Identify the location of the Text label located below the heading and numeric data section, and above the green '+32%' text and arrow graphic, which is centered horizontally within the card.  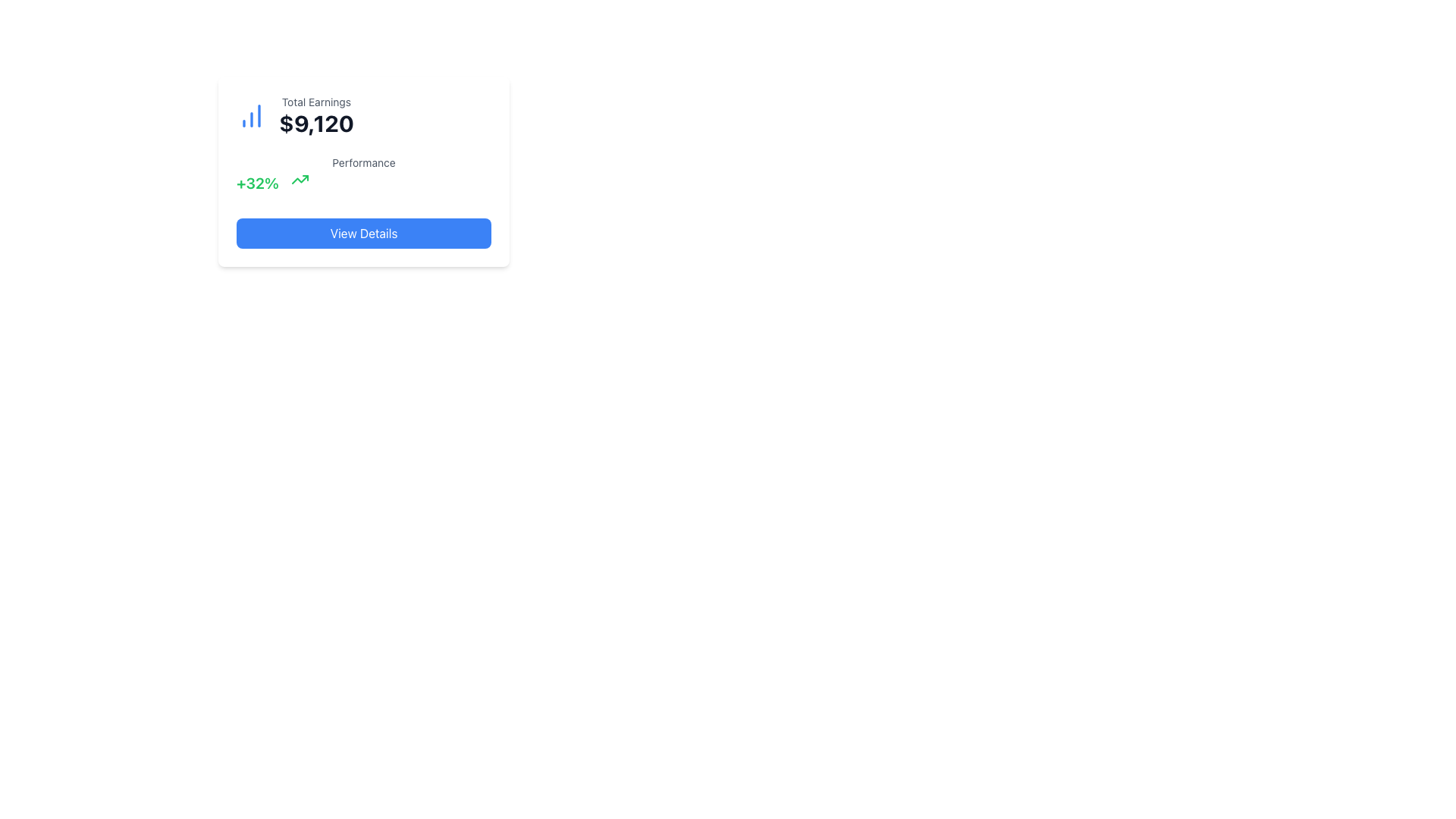
(364, 163).